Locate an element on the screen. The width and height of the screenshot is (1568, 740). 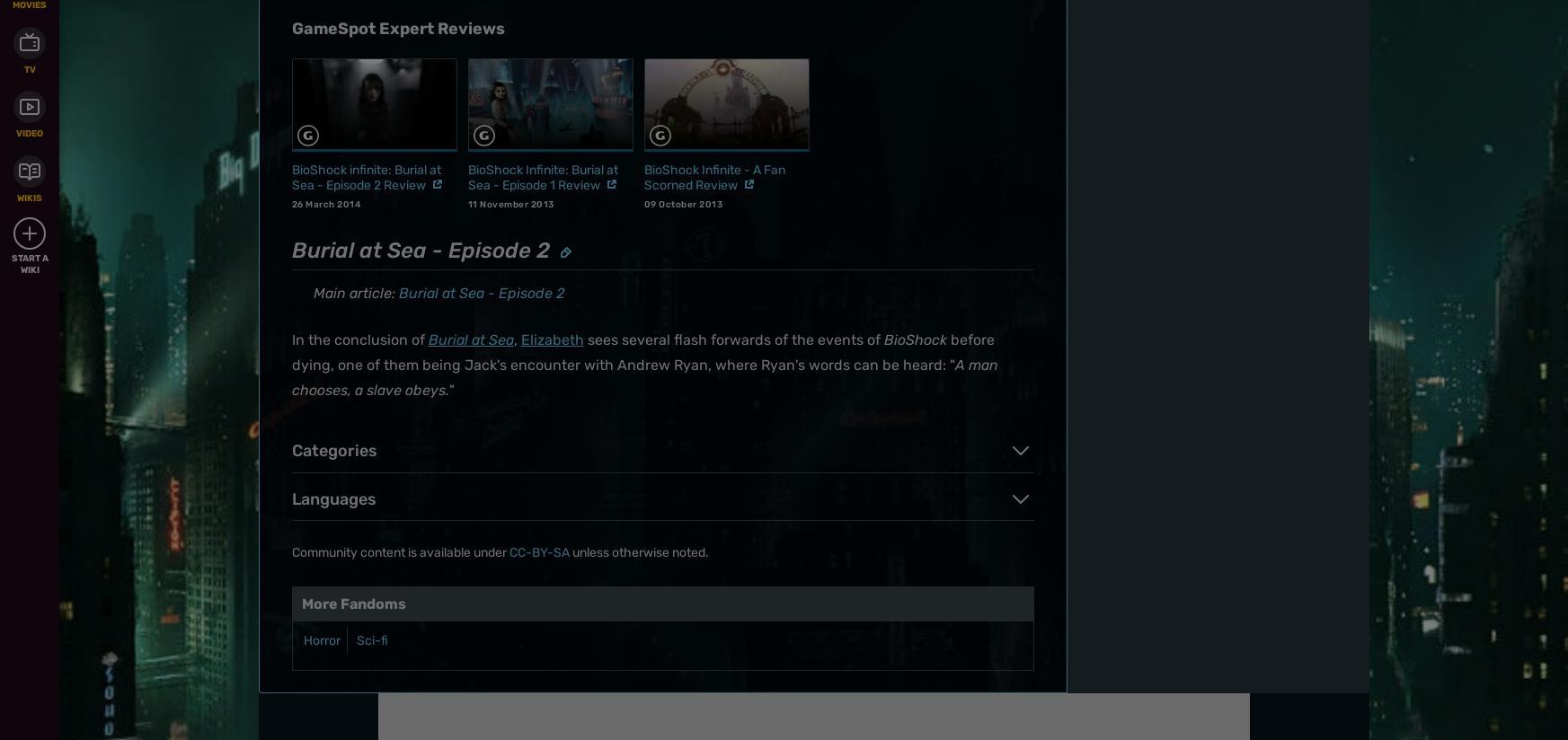
'Take your favorite fandoms with you and never miss a beat.' is located at coordinates (1139, 44).